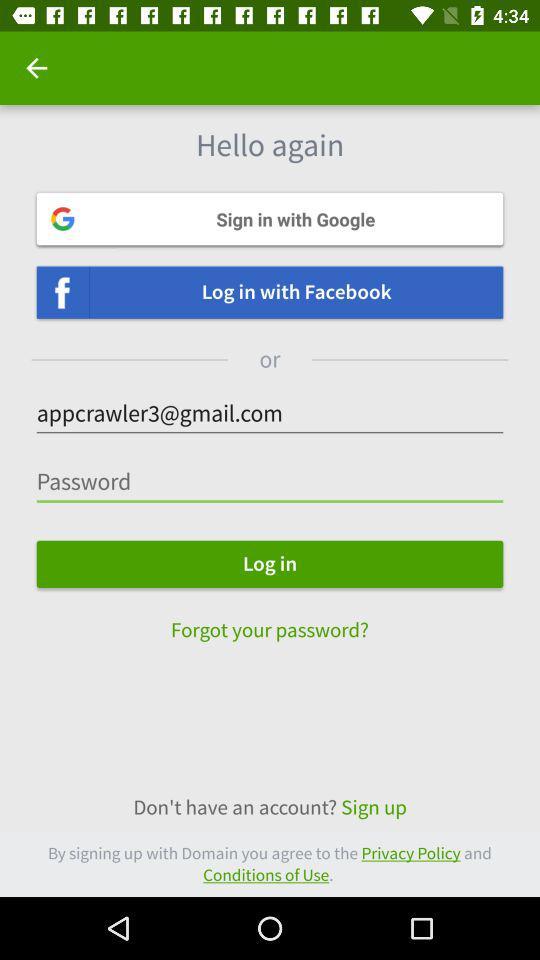 Image resolution: width=540 pixels, height=960 pixels. What do you see at coordinates (270, 863) in the screenshot?
I see `the by signing up icon` at bounding box center [270, 863].